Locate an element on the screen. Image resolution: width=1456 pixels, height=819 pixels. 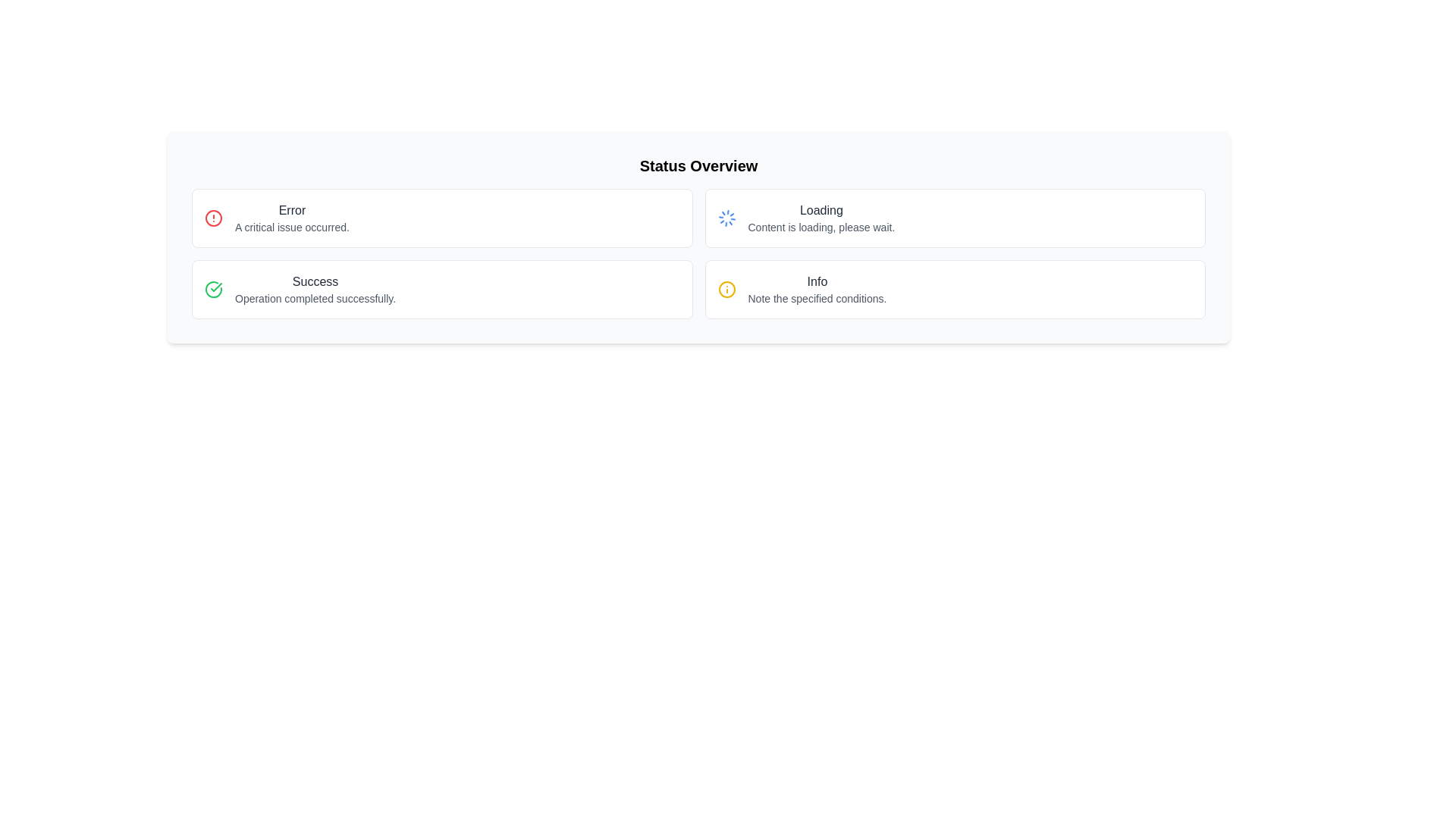
the text label that reads 'Content is loading, please wait.' located beneath the 'Loading' title and spinner icon in the upper right section of the interface is located at coordinates (821, 227).